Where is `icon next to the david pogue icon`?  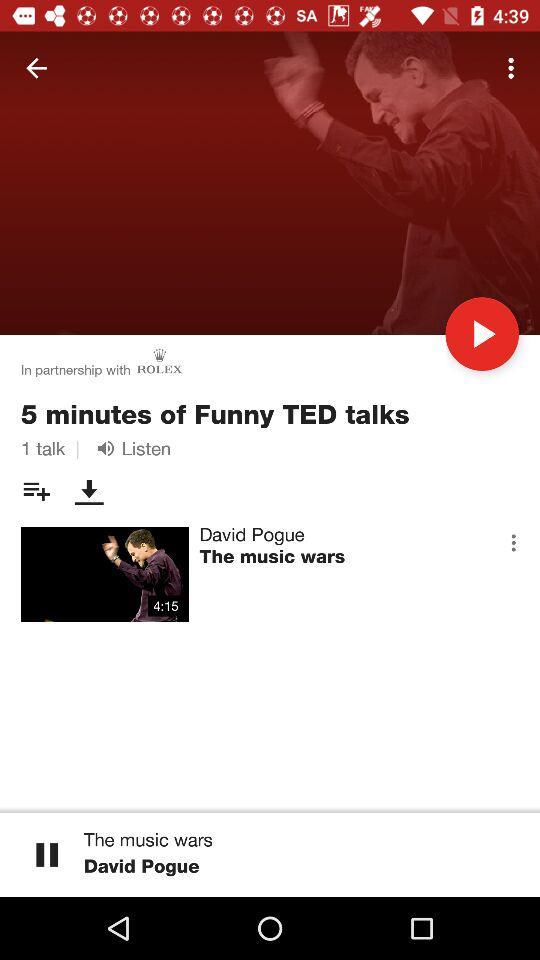
icon next to the david pogue icon is located at coordinates (513, 542).